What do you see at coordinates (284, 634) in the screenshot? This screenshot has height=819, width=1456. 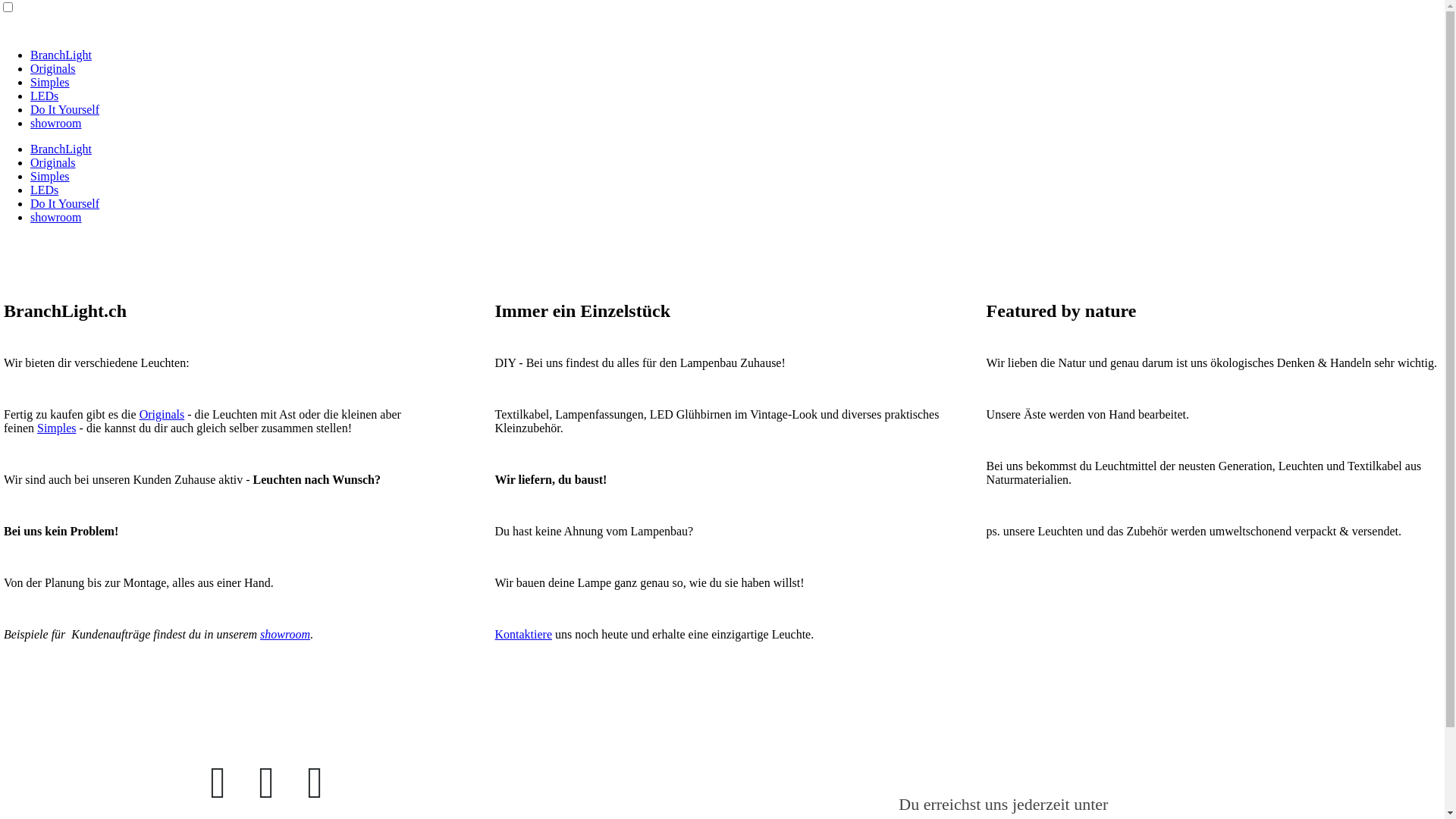 I see `'showroom'` at bounding box center [284, 634].